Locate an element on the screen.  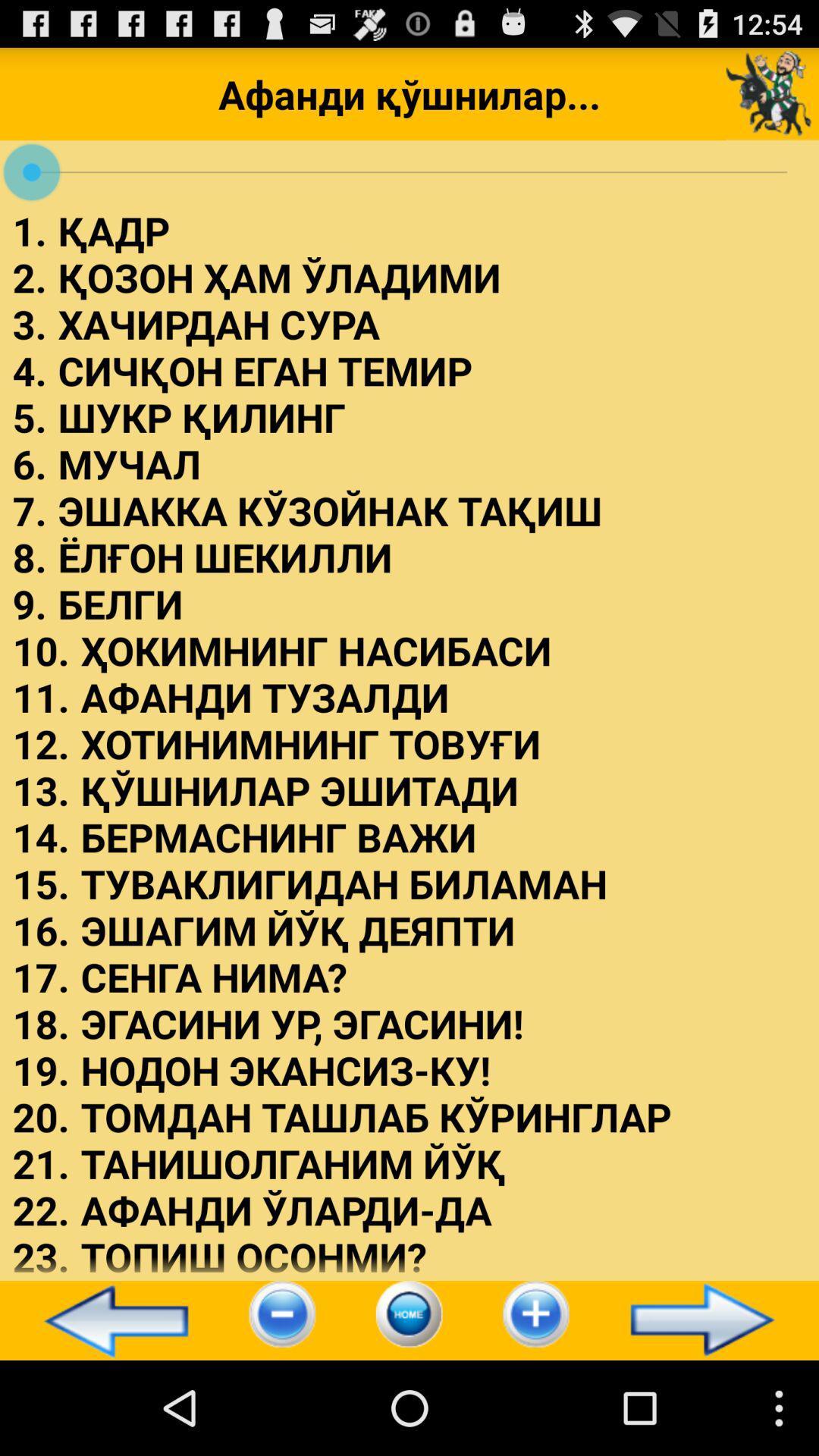
icon at the bottom right corner is located at coordinates (709, 1319).